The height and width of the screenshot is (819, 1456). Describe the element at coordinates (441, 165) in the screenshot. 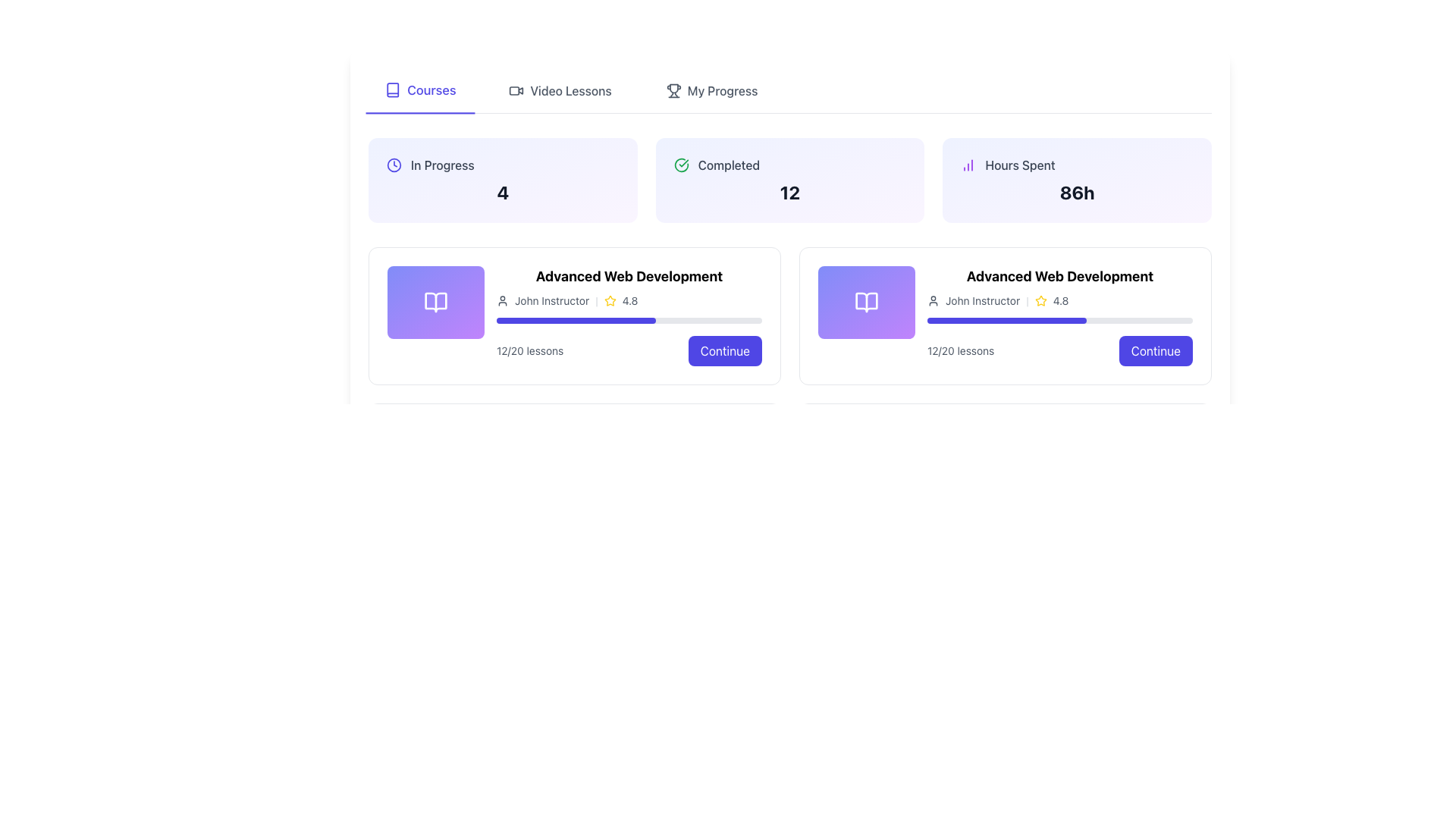

I see `the text label displaying 'In Progress' which is styled with a medium font weight and gray color, located next to a clock icon in the top-left of the dashboard` at that location.